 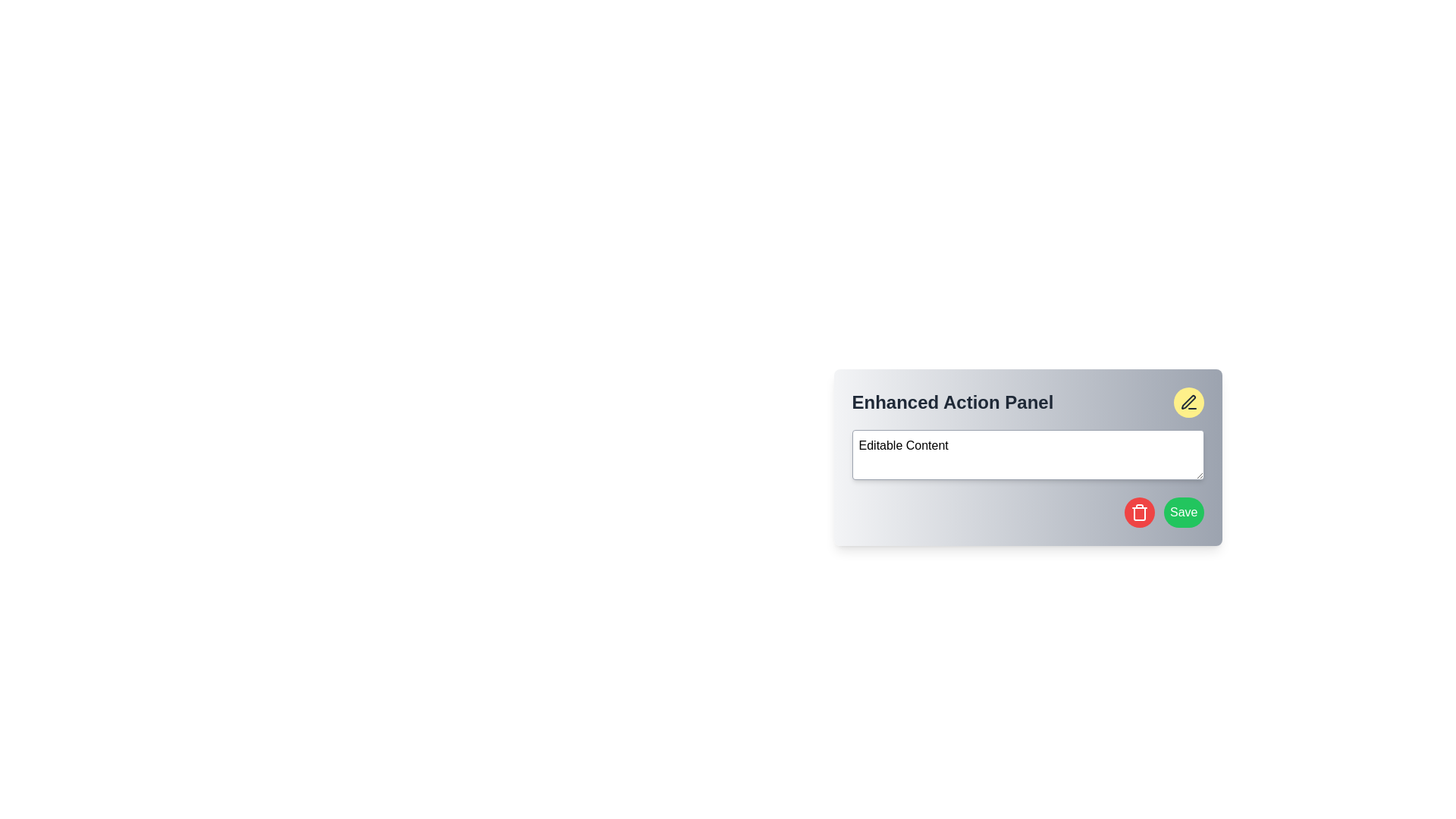 I want to click on the editable text input area of the interactive panel to edit content, so click(x=1028, y=457).